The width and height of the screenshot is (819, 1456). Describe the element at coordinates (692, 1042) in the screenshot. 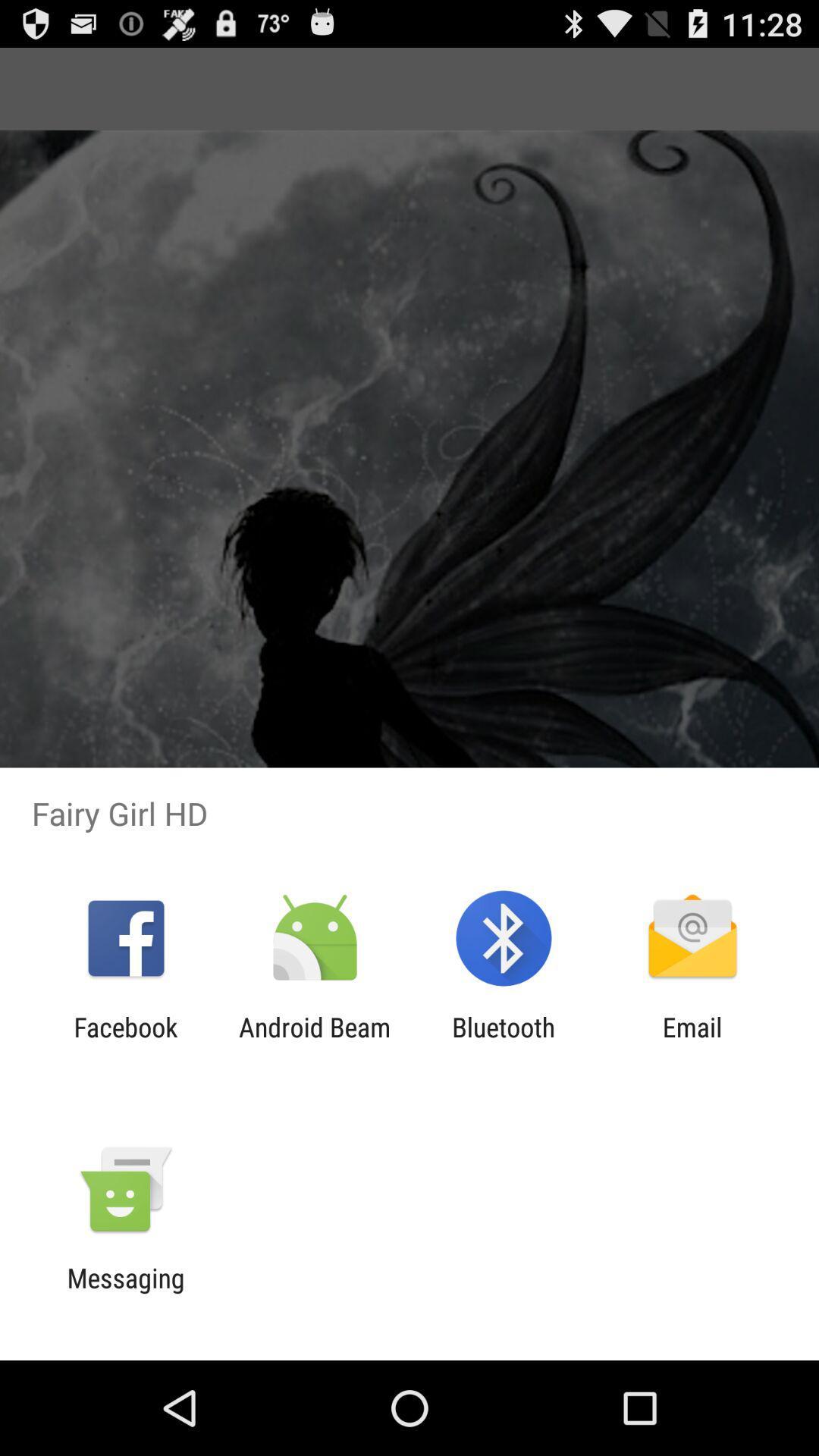

I see `icon to the right of the bluetooth` at that location.